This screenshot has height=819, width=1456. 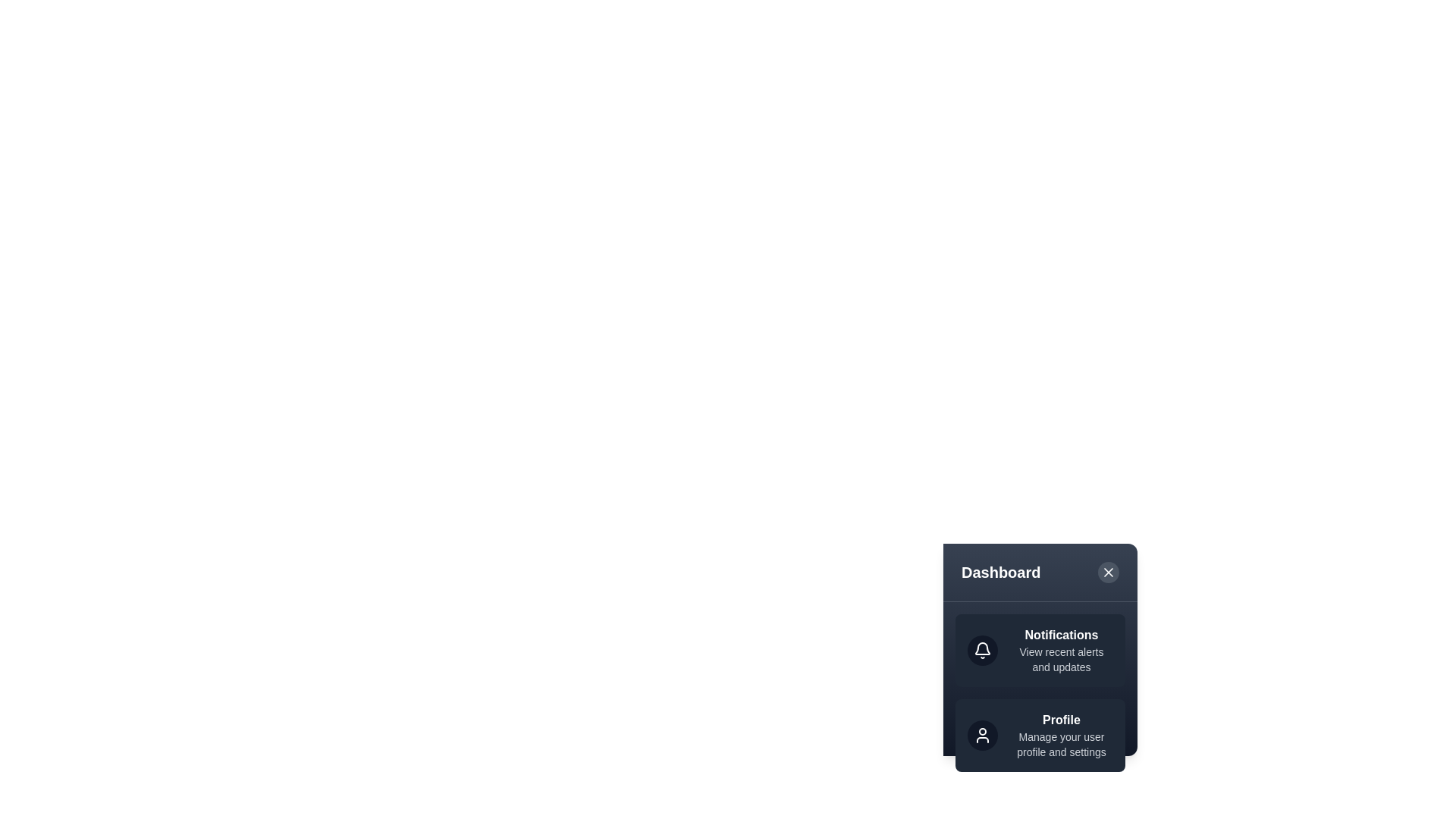 What do you see at coordinates (1109, 573) in the screenshot?
I see `the close button to toggle the menu visibility` at bounding box center [1109, 573].